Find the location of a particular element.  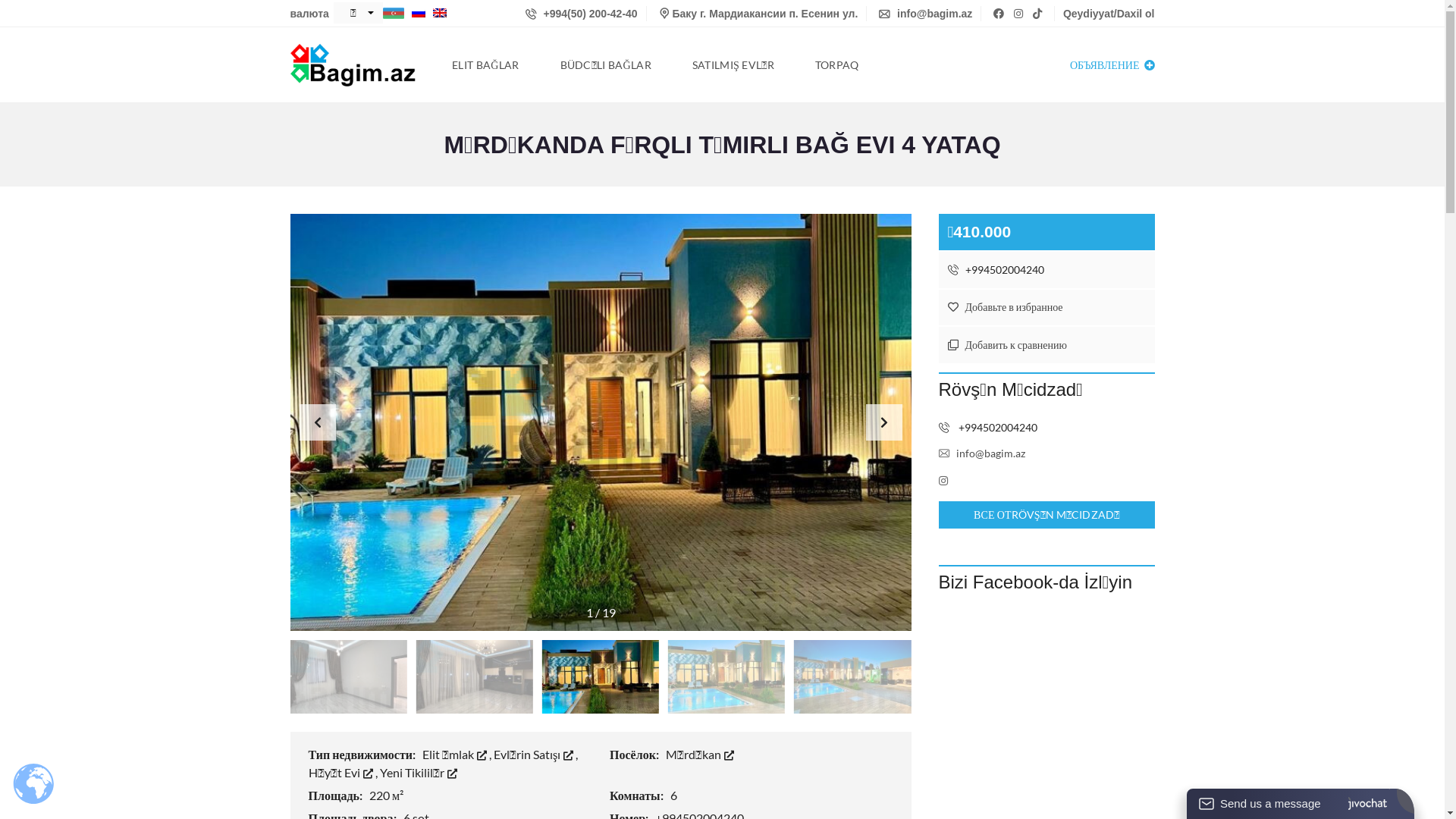

'+994502004240' is located at coordinates (938, 268).